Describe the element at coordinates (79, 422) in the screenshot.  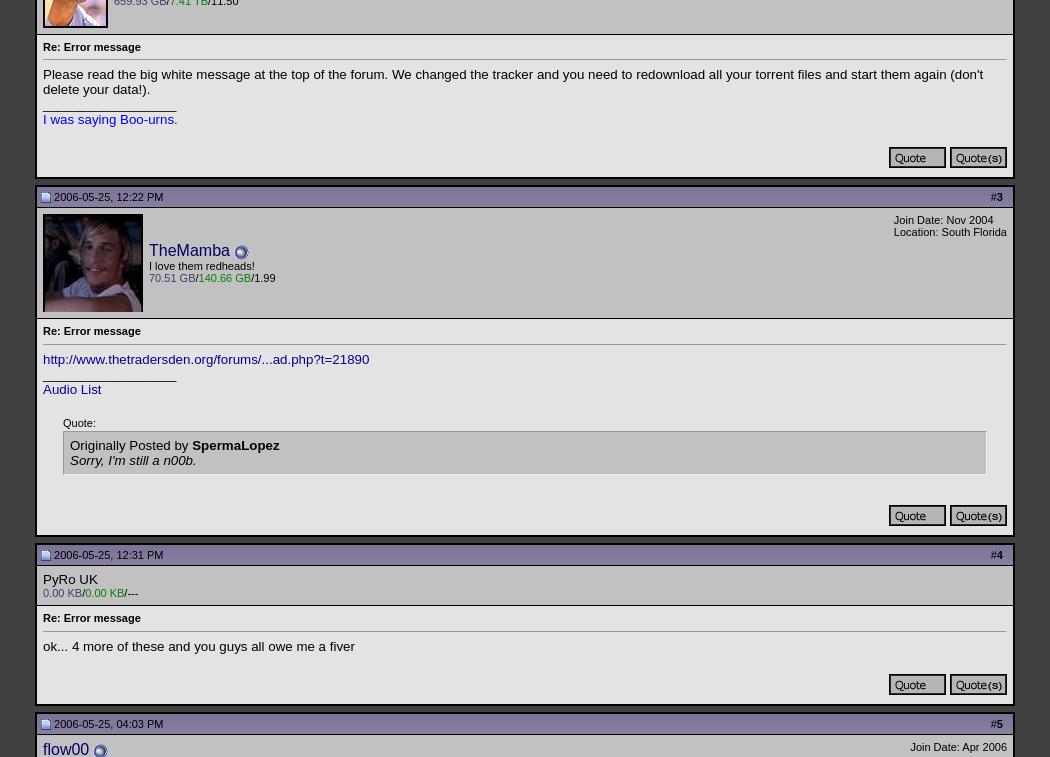
I see `'Quote:'` at that location.